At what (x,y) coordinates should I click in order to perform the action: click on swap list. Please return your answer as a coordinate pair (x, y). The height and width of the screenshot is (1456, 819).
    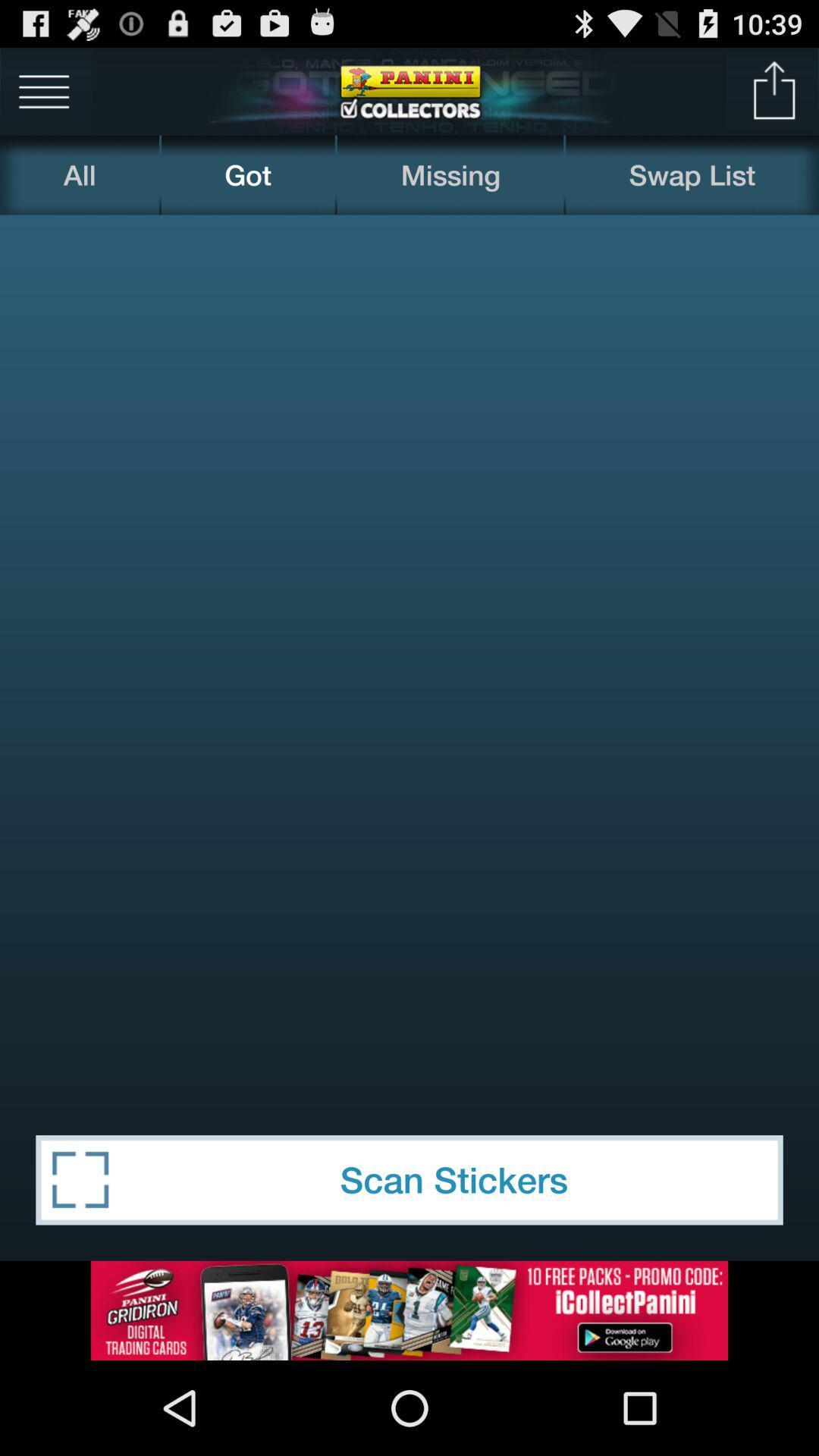
    Looking at the image, I should click on (692, 174).